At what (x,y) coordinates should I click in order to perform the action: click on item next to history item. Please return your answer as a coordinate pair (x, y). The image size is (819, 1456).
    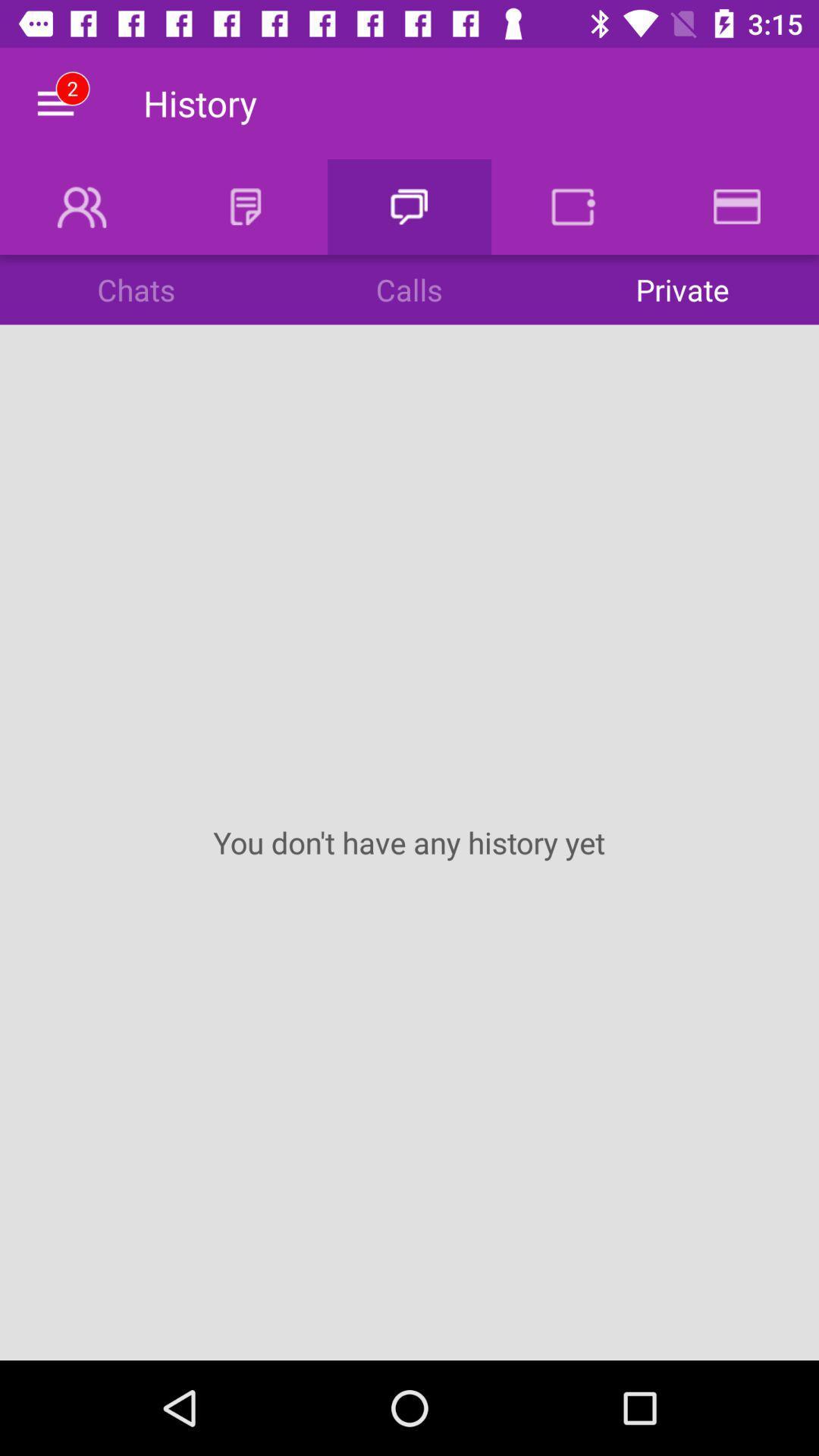
    Looking at the image, I should click on (55, 102).